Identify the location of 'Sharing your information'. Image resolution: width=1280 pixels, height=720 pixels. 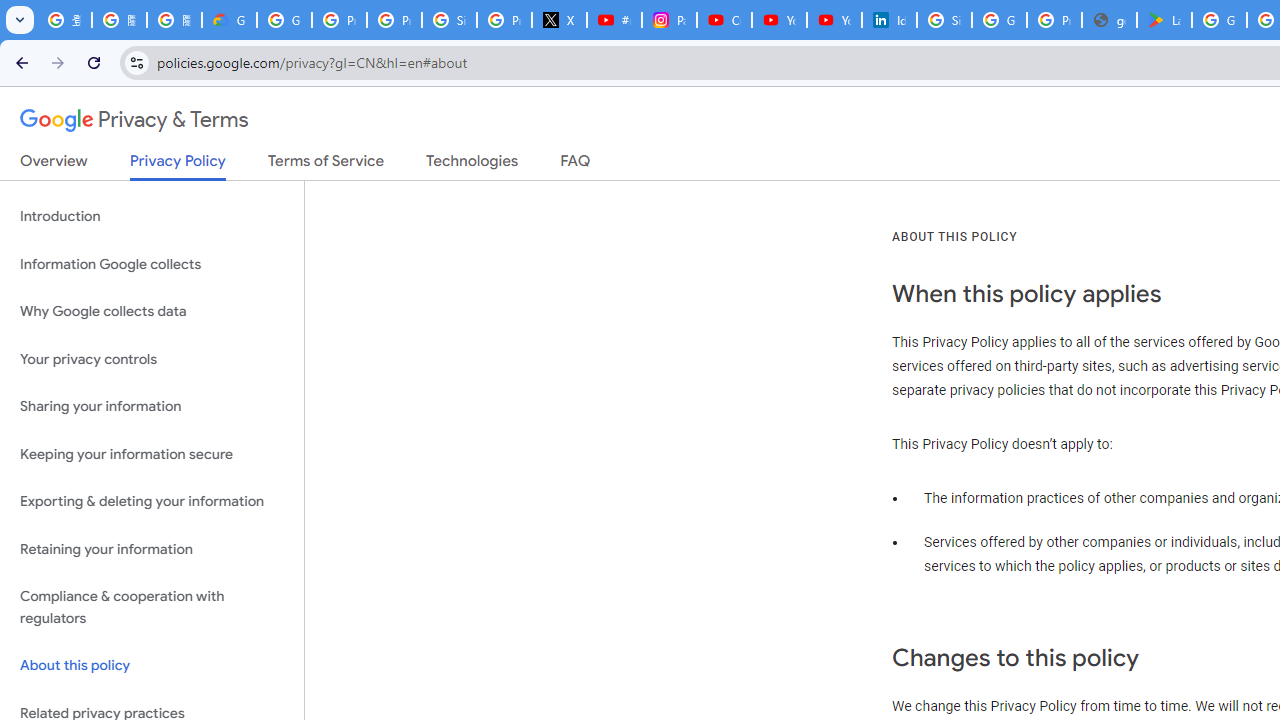
(151, 406).